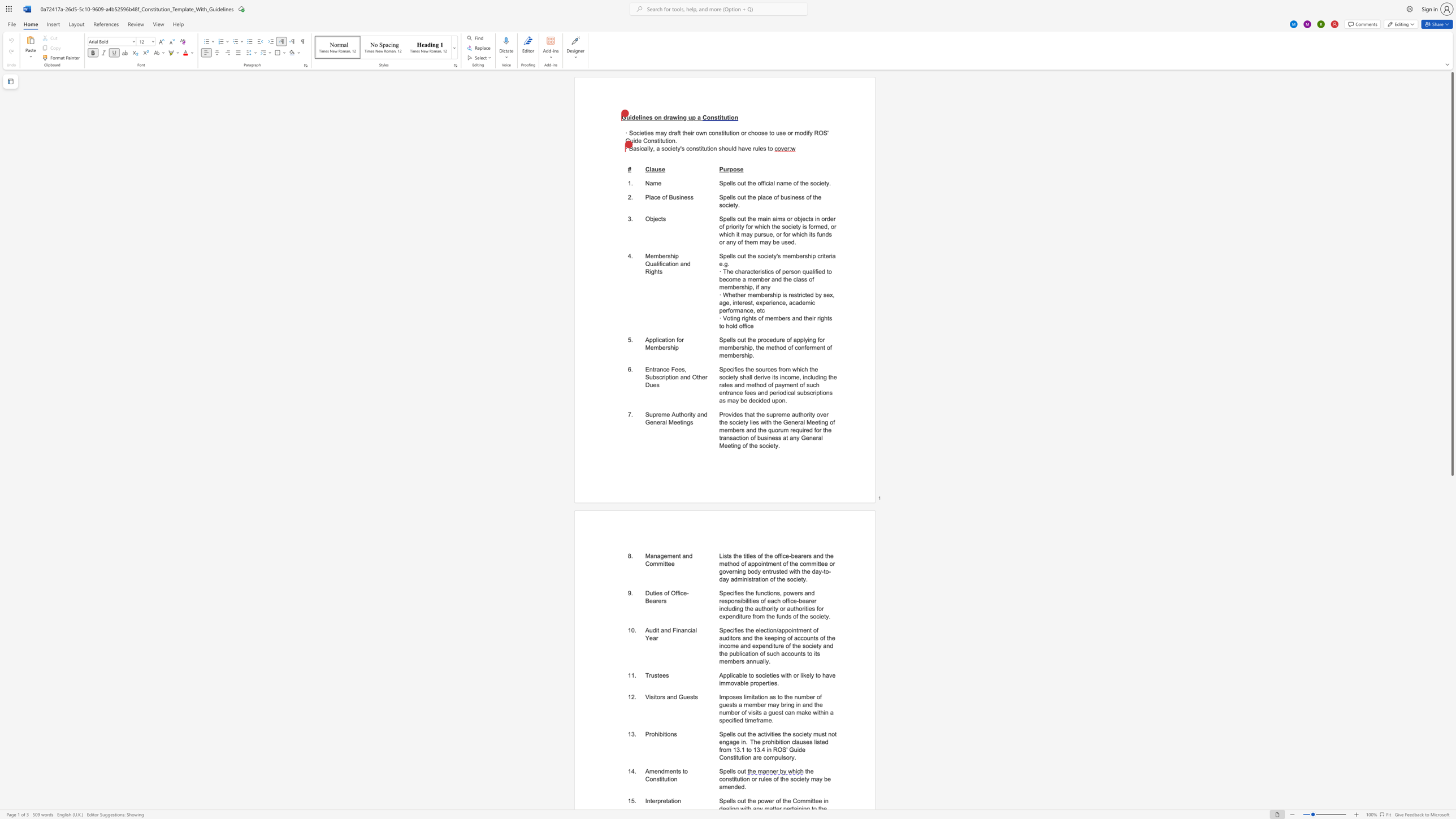 The width and height of the screenshot is (1456, 819). Describe the element at coordinates (733, 149) in the screenshot. I see `the subset text "d have rules to" within the text "society"` at that location.